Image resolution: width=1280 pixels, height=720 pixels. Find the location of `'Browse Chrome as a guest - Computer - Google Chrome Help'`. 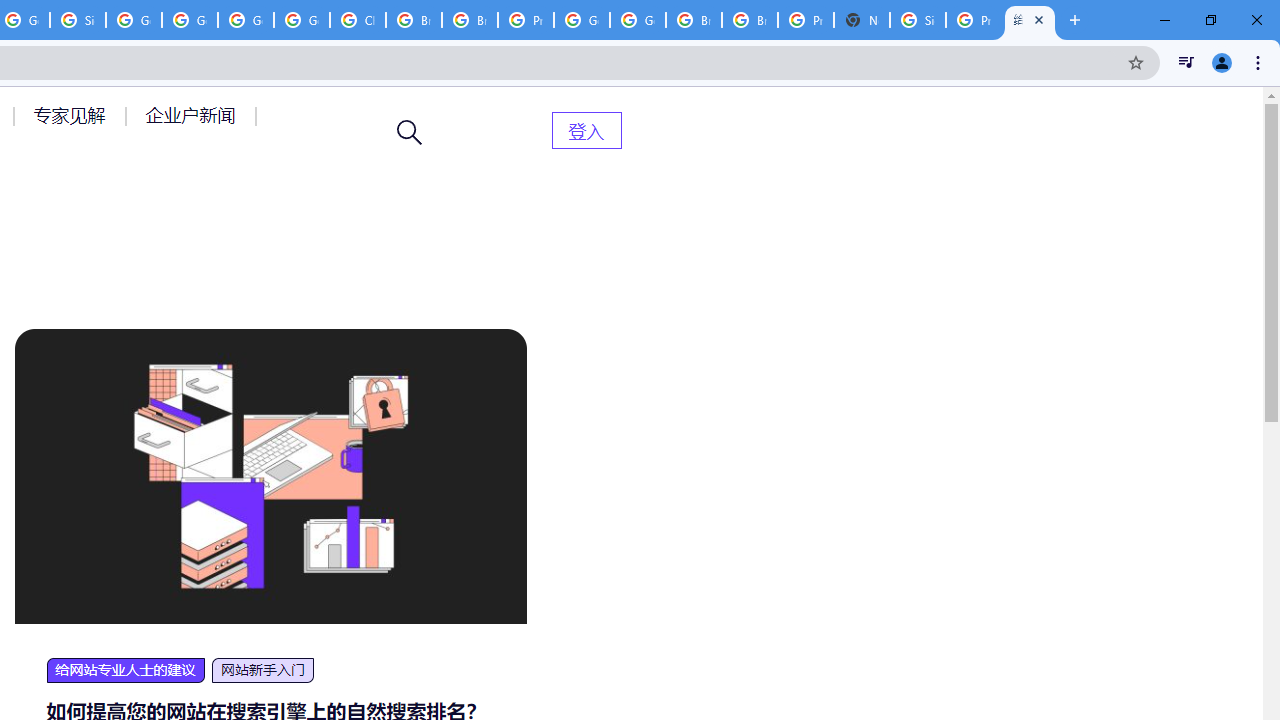

'Browse Chrome as a guest - Computer - Google Chrome Help' is located at coordinates (413, 20).